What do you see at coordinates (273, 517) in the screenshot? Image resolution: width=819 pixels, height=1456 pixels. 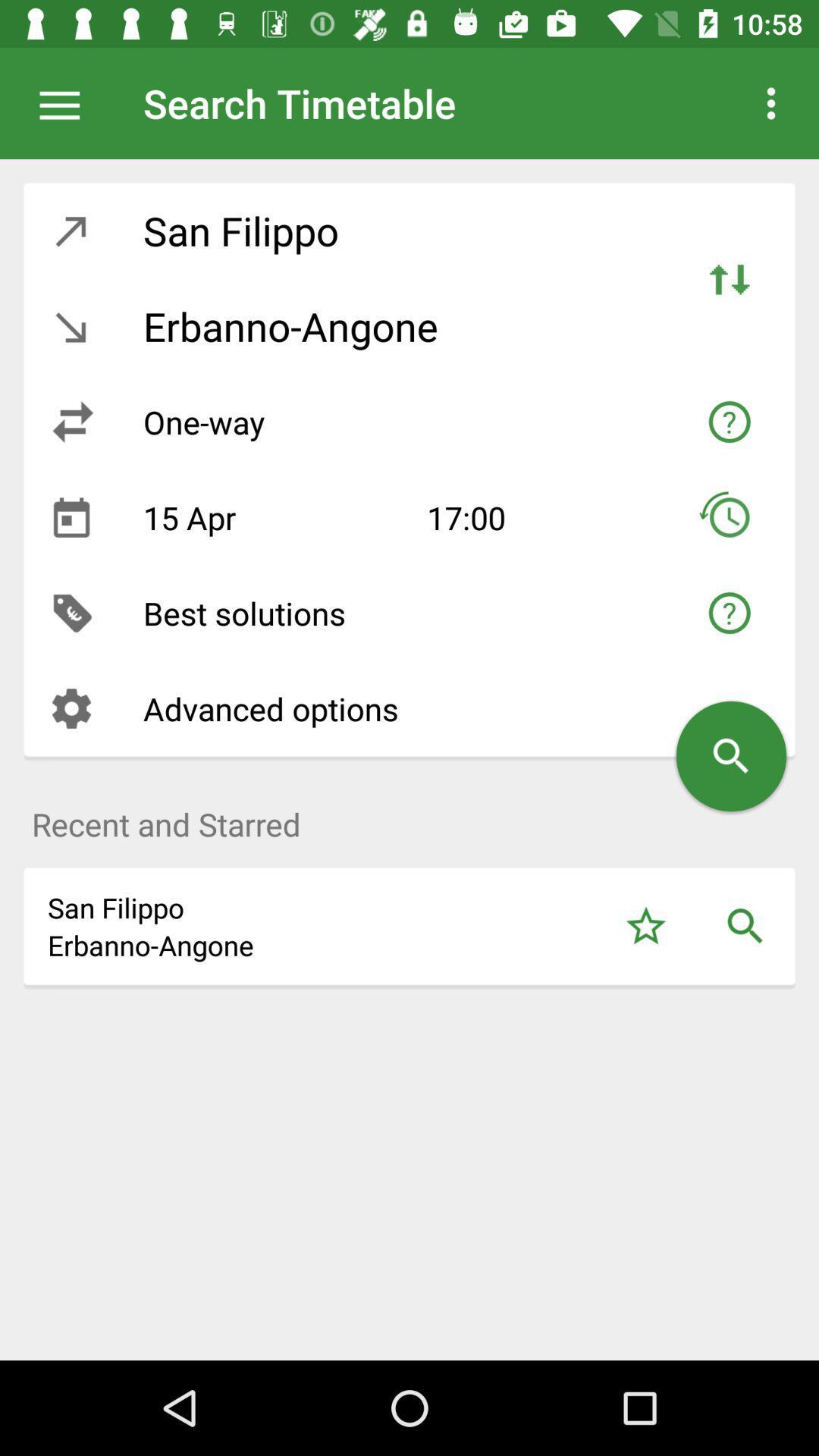 I see `icon next to 17:00 icon` at bounding box center [273, 517].